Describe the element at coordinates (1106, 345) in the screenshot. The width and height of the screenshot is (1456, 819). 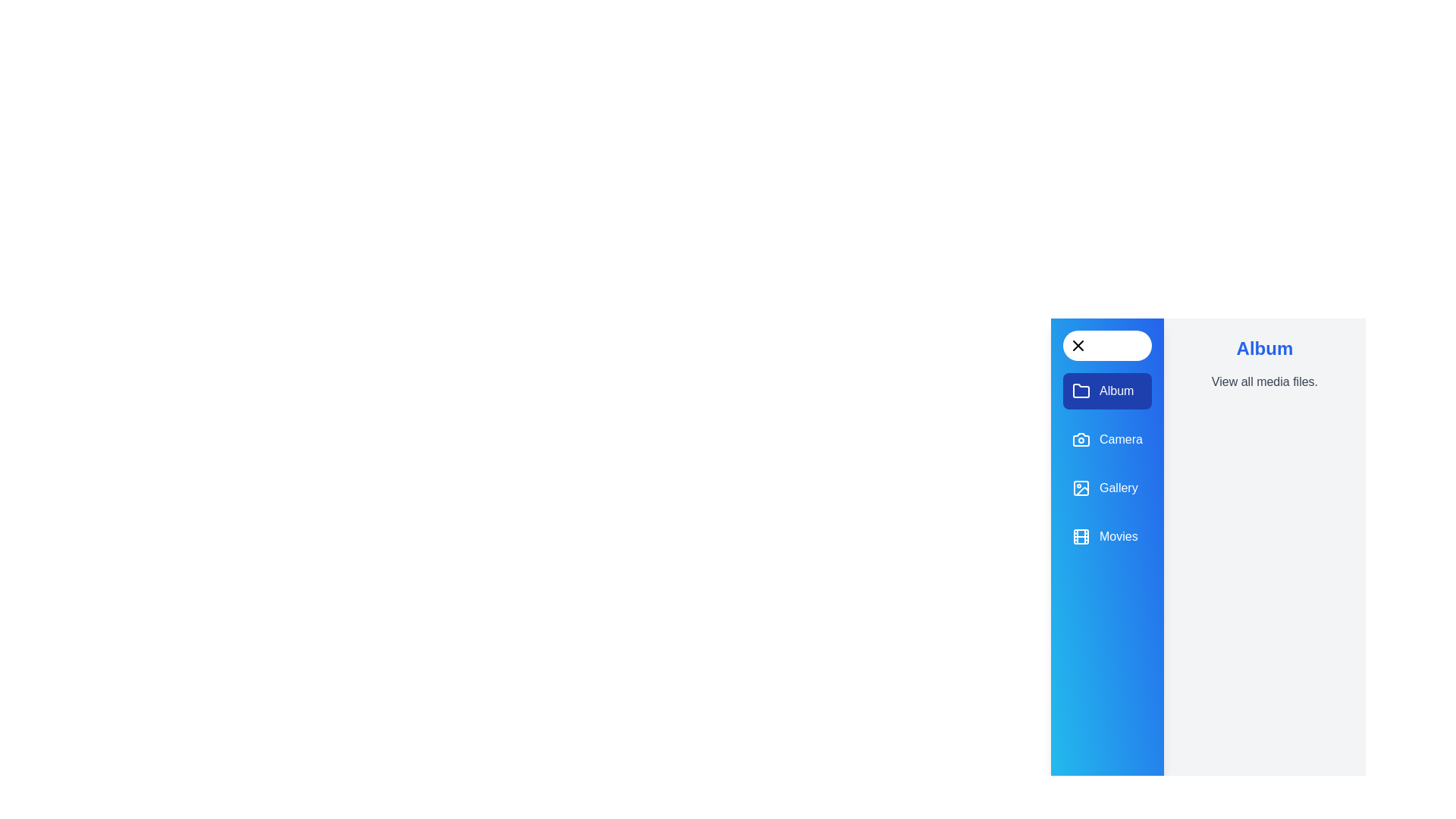
I see `toggle button to expand or collapse the multimedia drawer` at that location.